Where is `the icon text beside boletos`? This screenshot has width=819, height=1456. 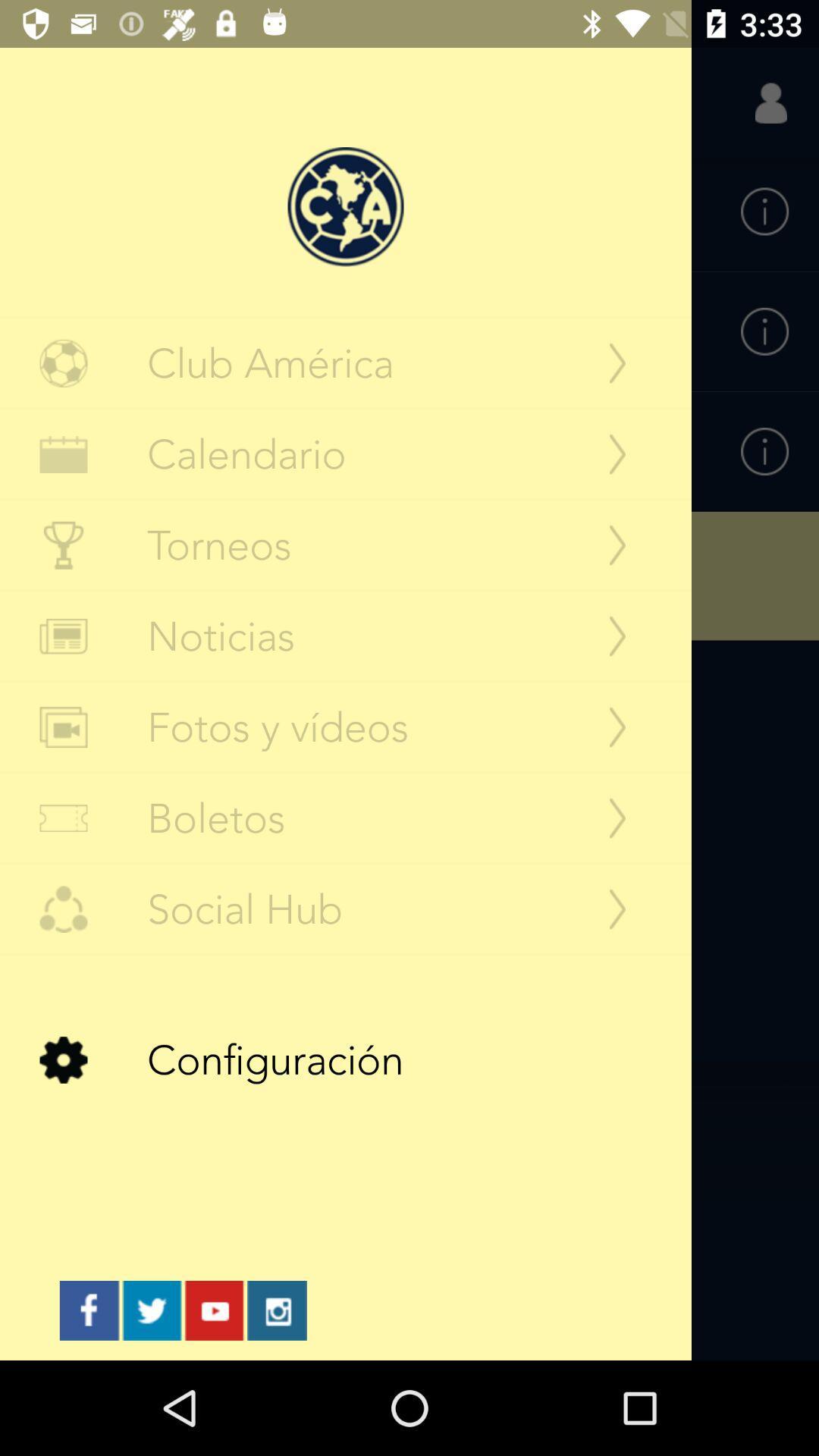
the icon text beside boletos is located at coordinates (63, 817).